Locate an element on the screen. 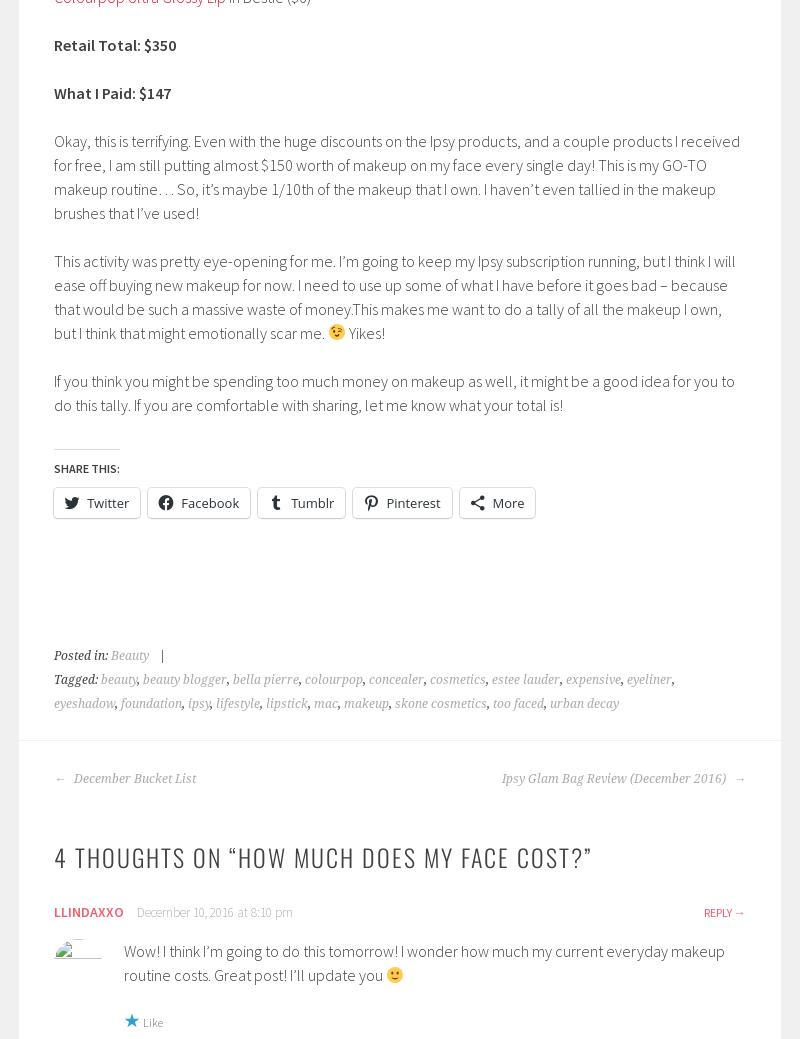 Image resolution: width=800 pixels, height=1039 pixels. 'Tumblr' is located at coordinates (311, 501).